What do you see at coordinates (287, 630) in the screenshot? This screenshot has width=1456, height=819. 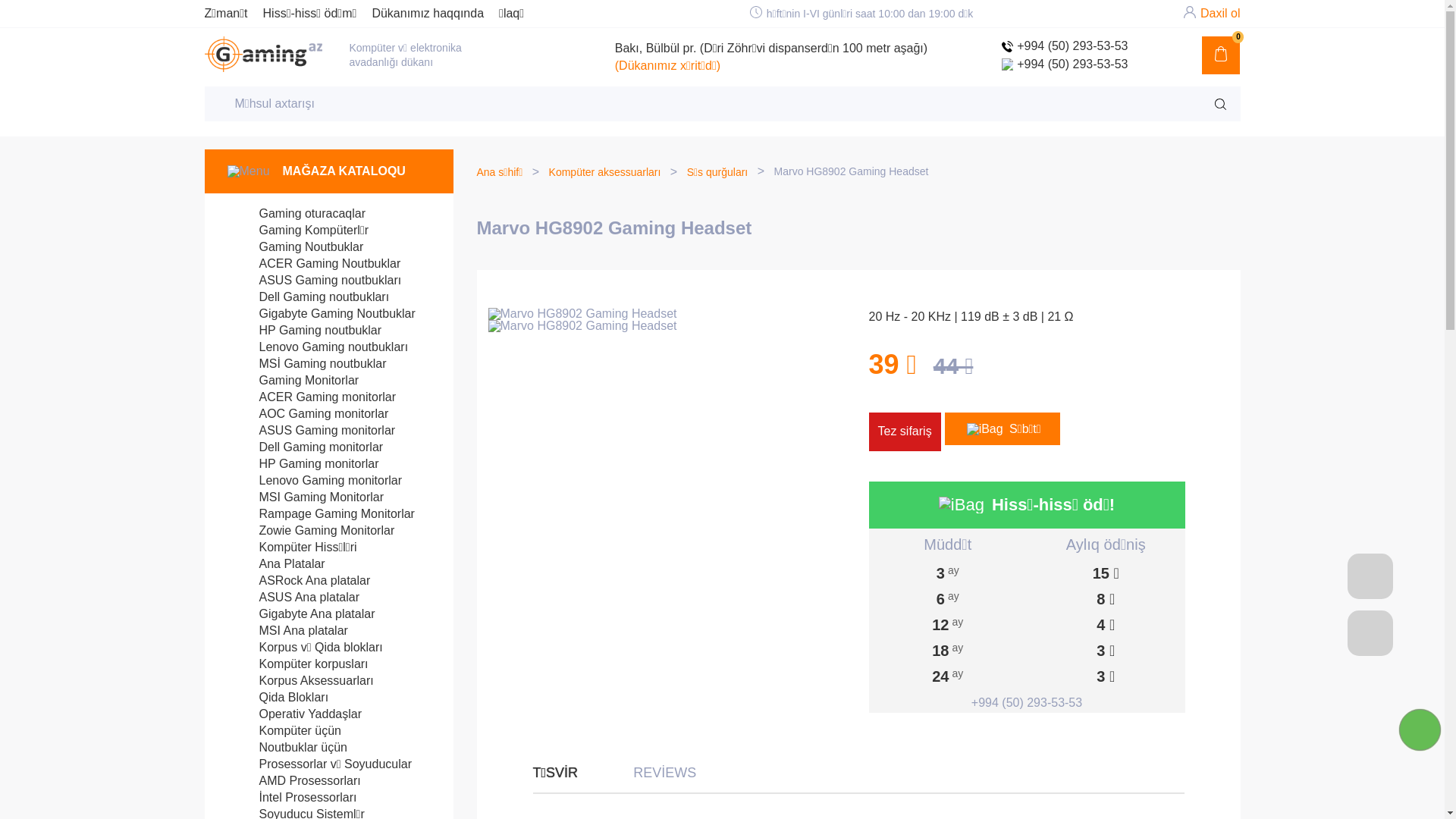 I see `'MSI Ana platalar'` at bounding box center [287, 630].